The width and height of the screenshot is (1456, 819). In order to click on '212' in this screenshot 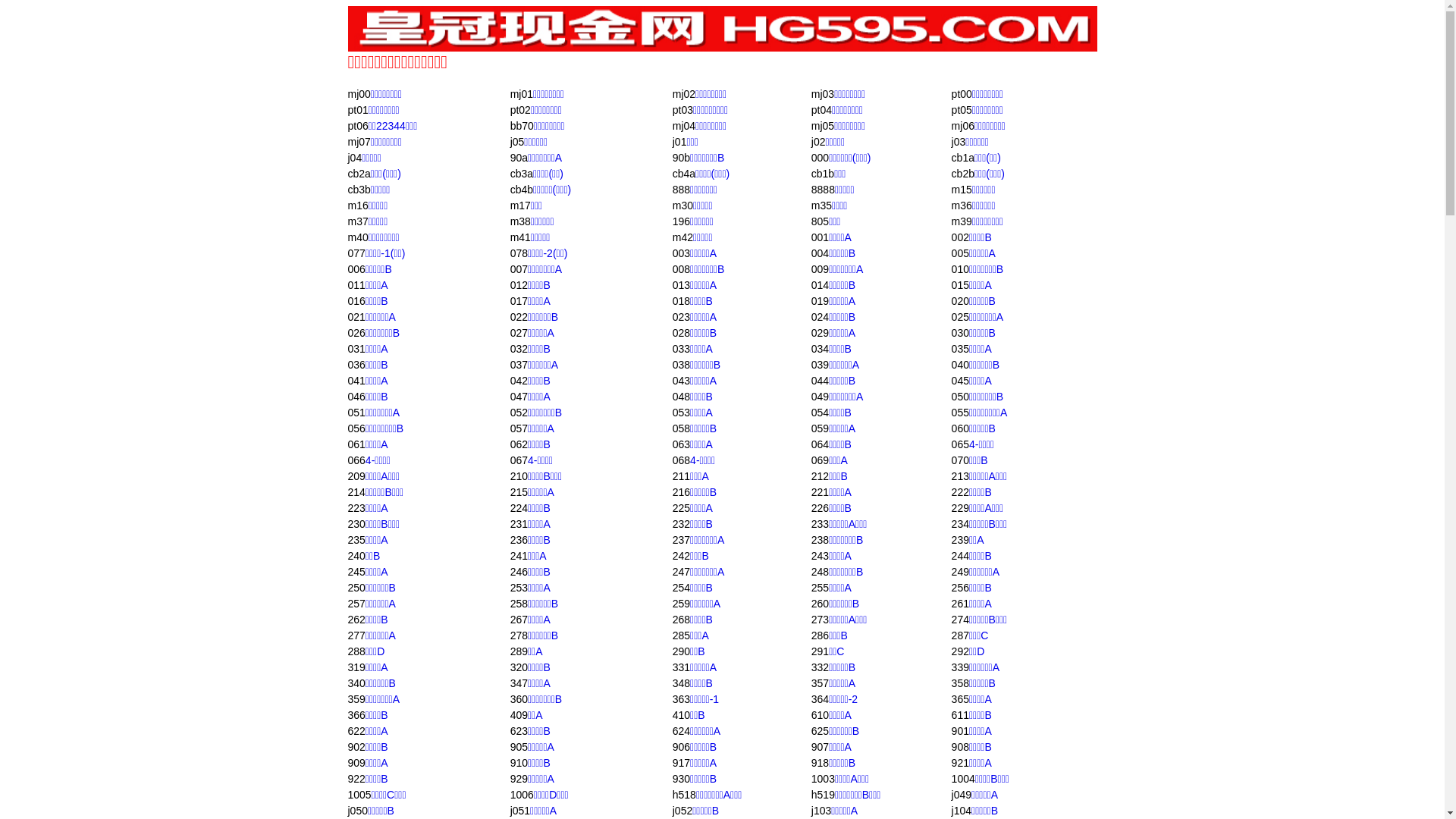, I will do `click(819, 475)`.